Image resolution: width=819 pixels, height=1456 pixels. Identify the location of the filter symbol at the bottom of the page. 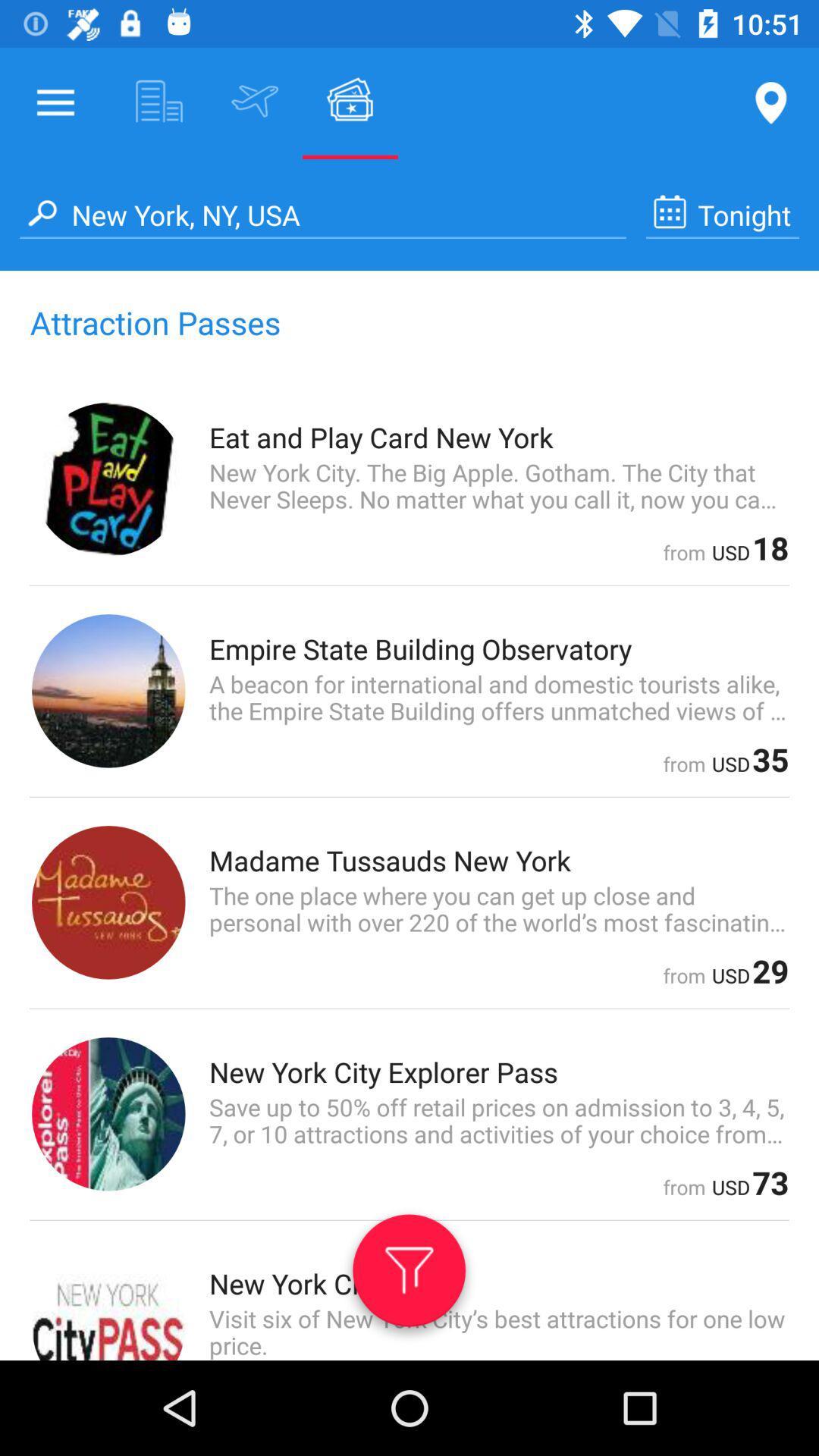
(409, 1276).